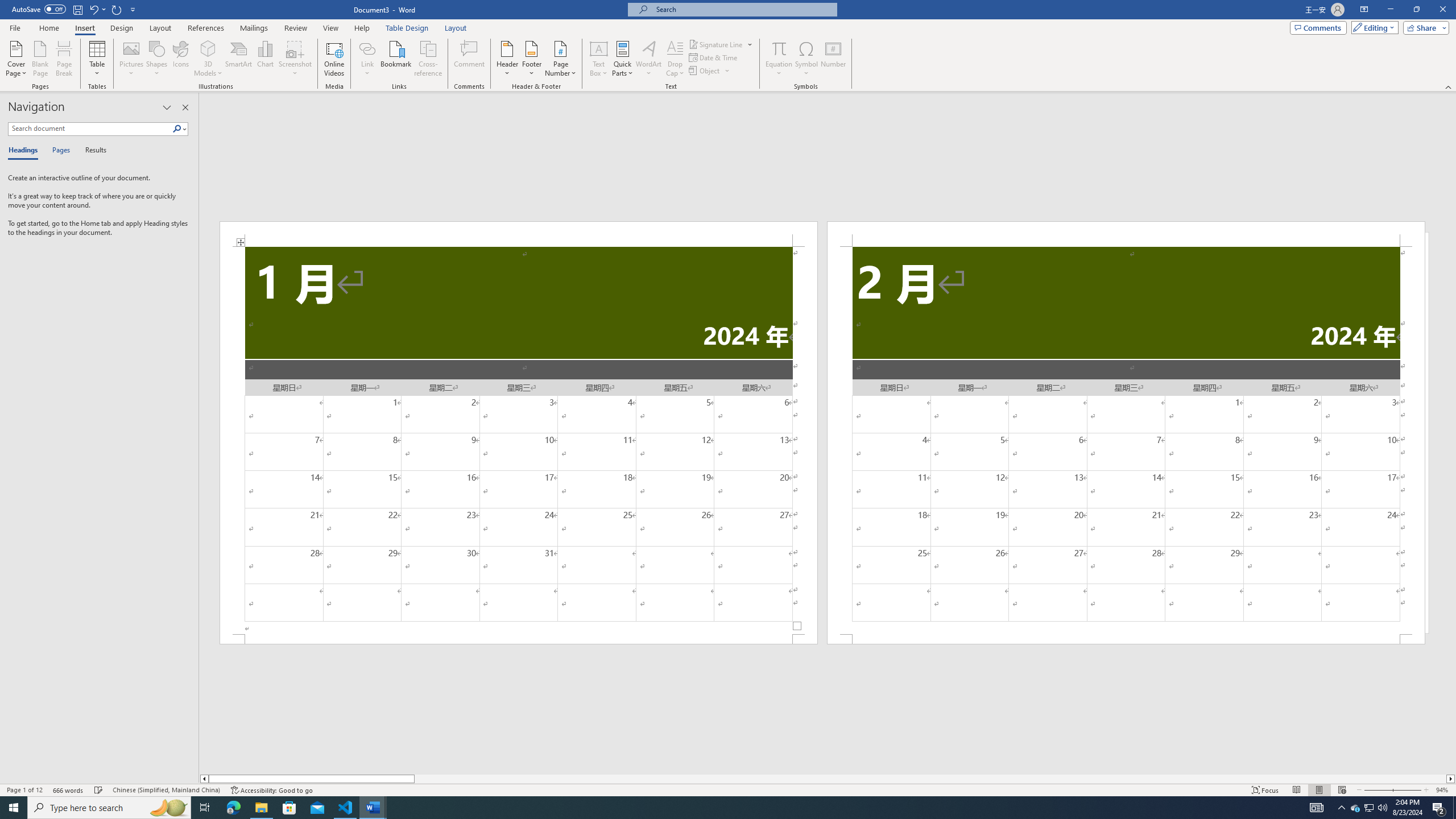  I want to click on 'Restore Down', so click(1416, 9).